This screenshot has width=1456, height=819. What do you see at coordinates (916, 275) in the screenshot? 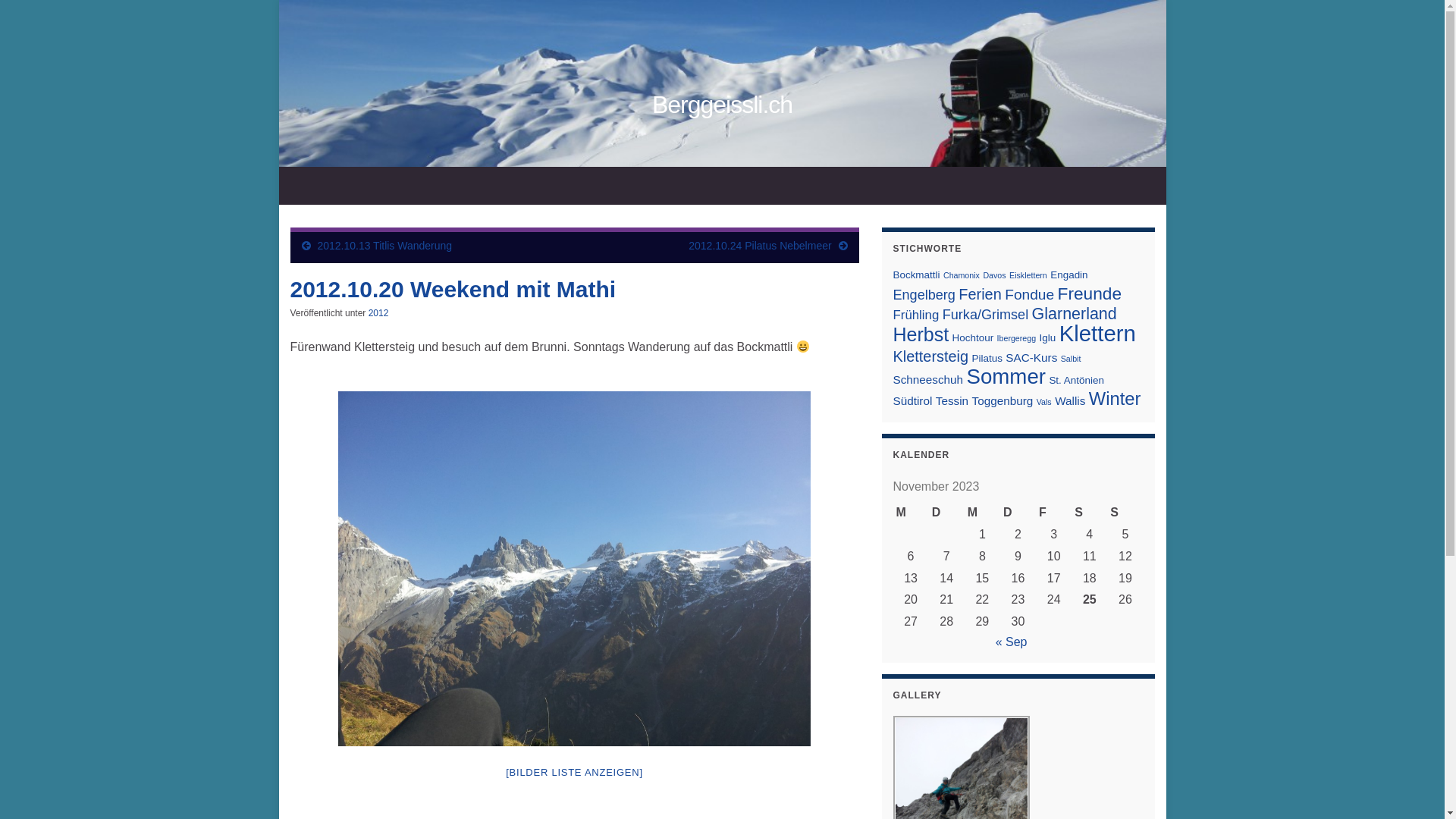
I see `'Bockmattli'` at bounding box center [916, 275].